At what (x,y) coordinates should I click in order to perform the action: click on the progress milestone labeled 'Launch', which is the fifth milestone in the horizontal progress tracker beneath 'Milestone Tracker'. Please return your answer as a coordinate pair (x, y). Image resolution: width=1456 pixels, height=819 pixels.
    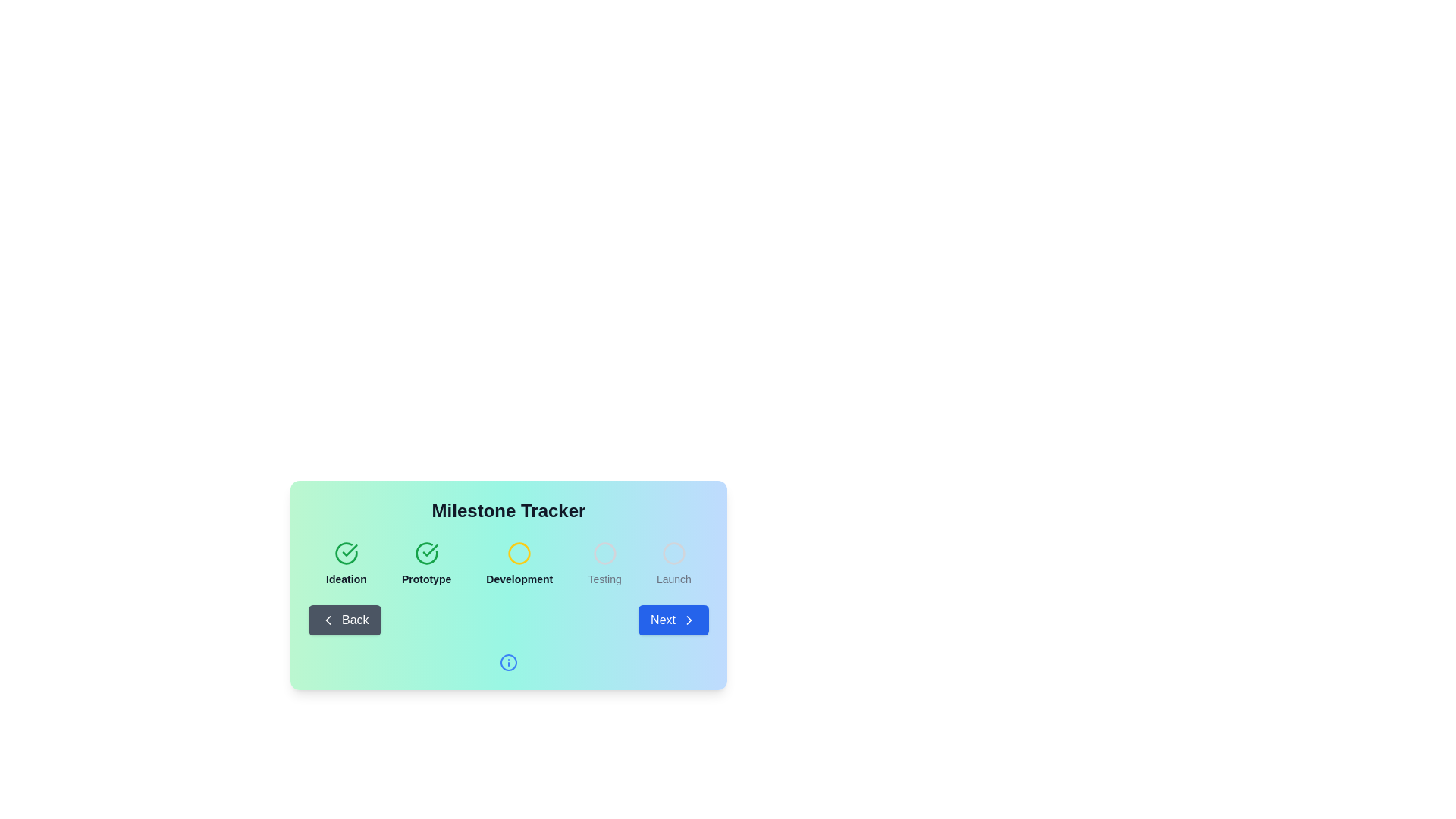
    Looking at the image, I should click on (673, 564).